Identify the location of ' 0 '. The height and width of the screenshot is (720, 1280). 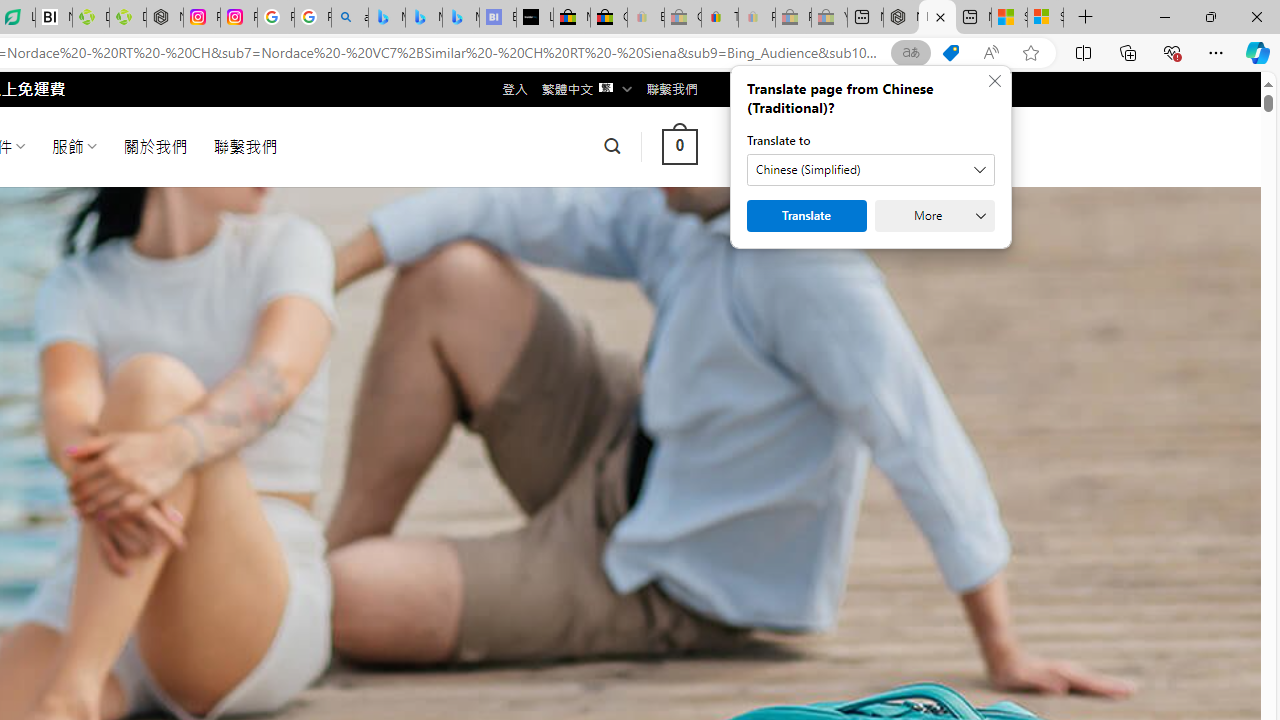
(679, 145).